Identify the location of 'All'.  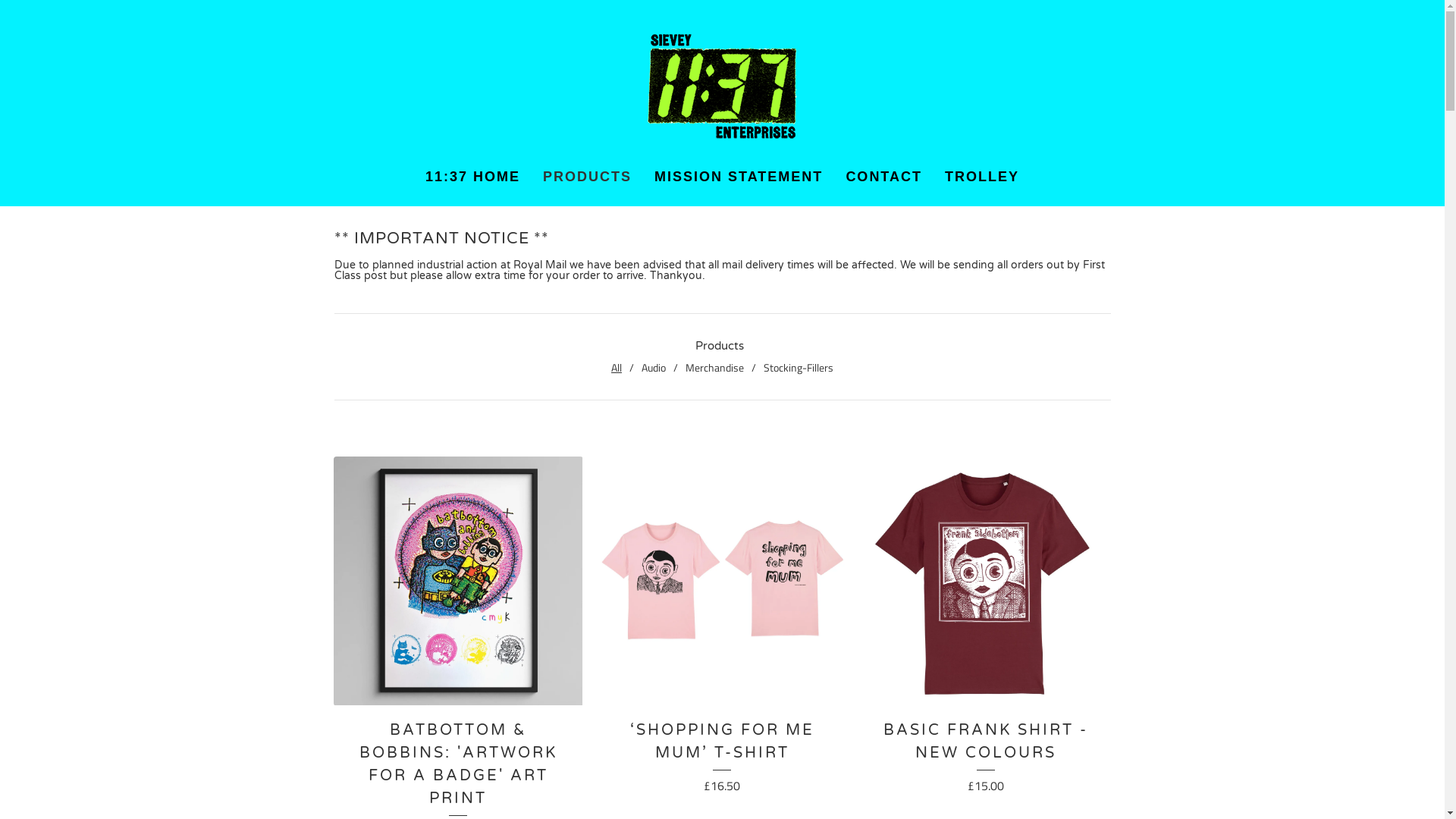
(616, 367).